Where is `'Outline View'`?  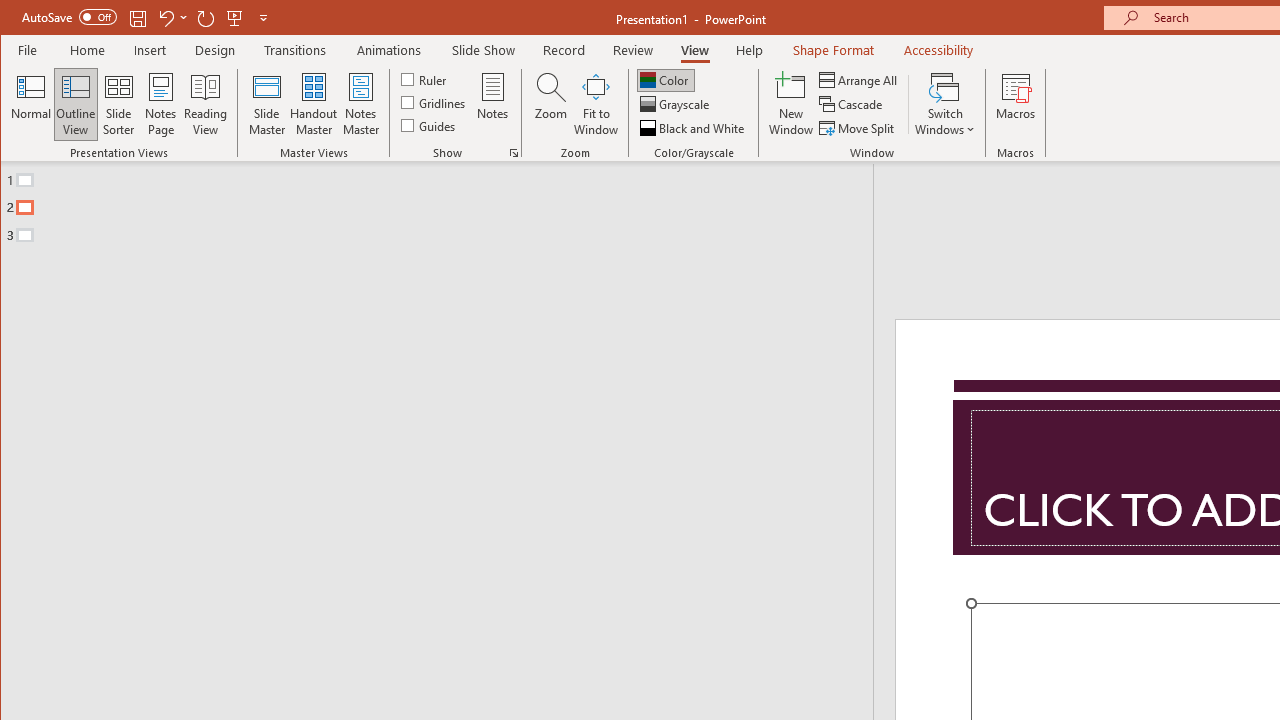
'Outline View' is located at coordinates (76, 104).